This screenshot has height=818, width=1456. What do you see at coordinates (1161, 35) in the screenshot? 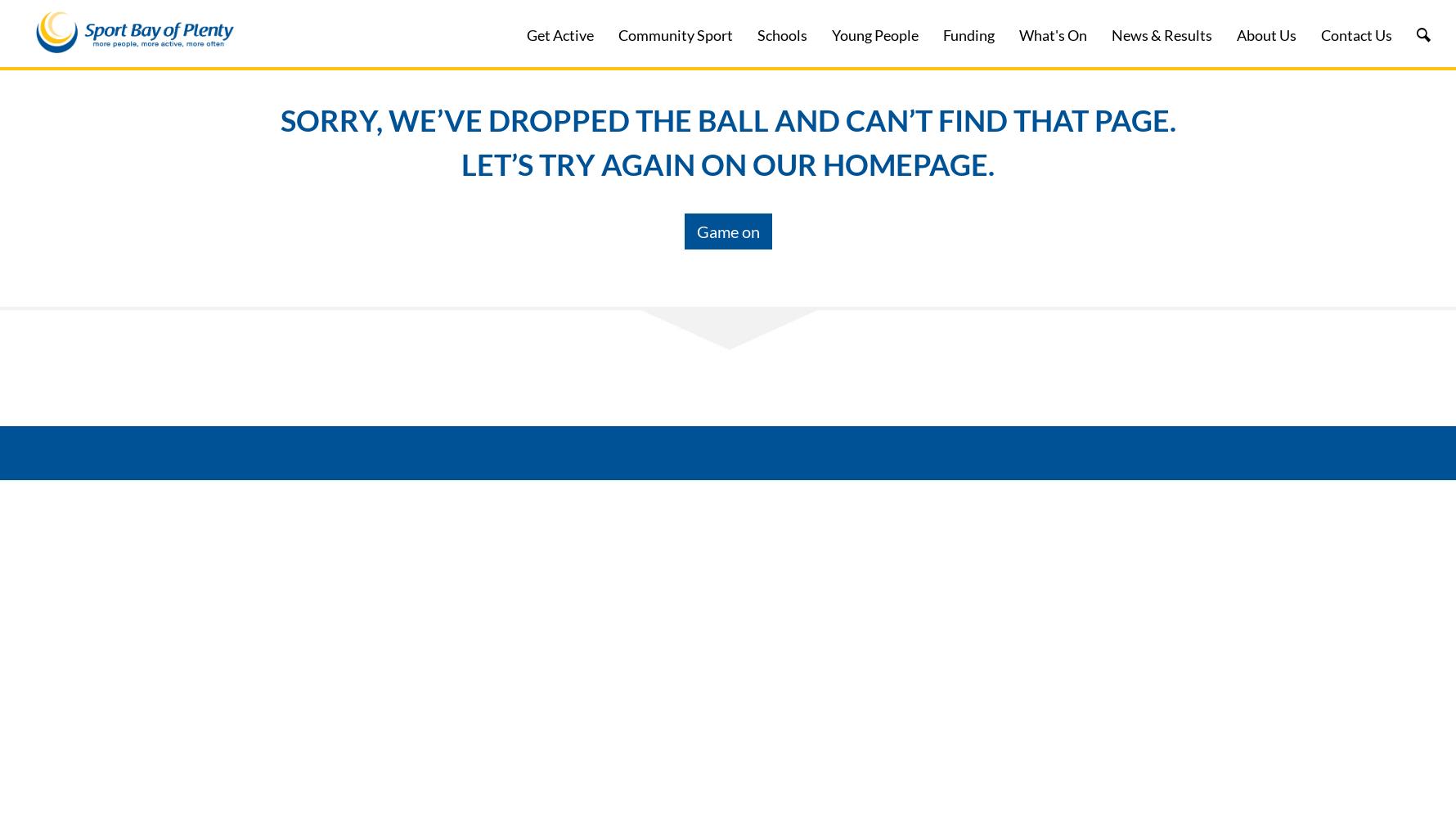
I see `'News & Results'` at bounding box center [1161, 35].